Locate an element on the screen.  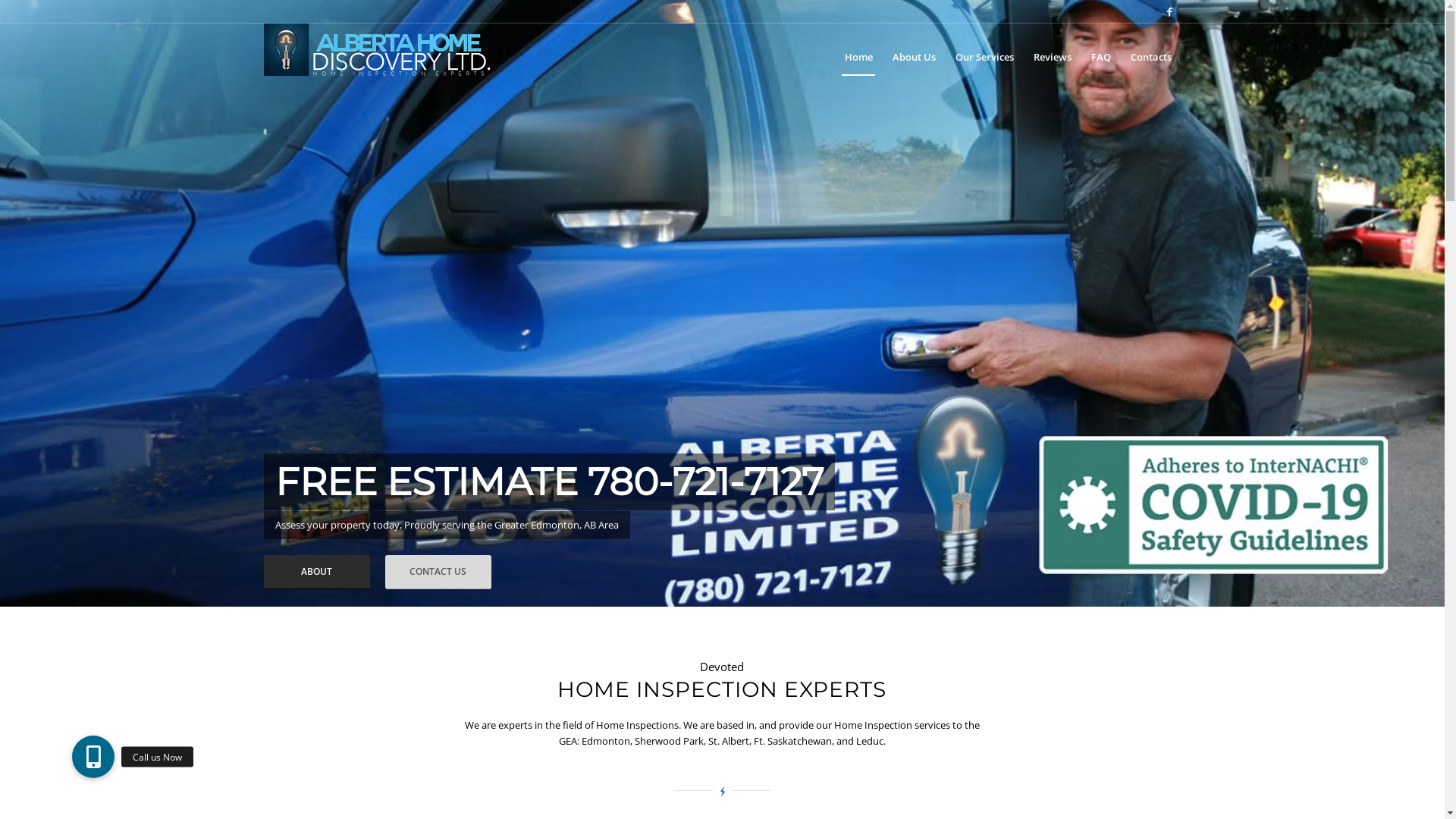
'Call us Now' is located at coordinates (93, 757).